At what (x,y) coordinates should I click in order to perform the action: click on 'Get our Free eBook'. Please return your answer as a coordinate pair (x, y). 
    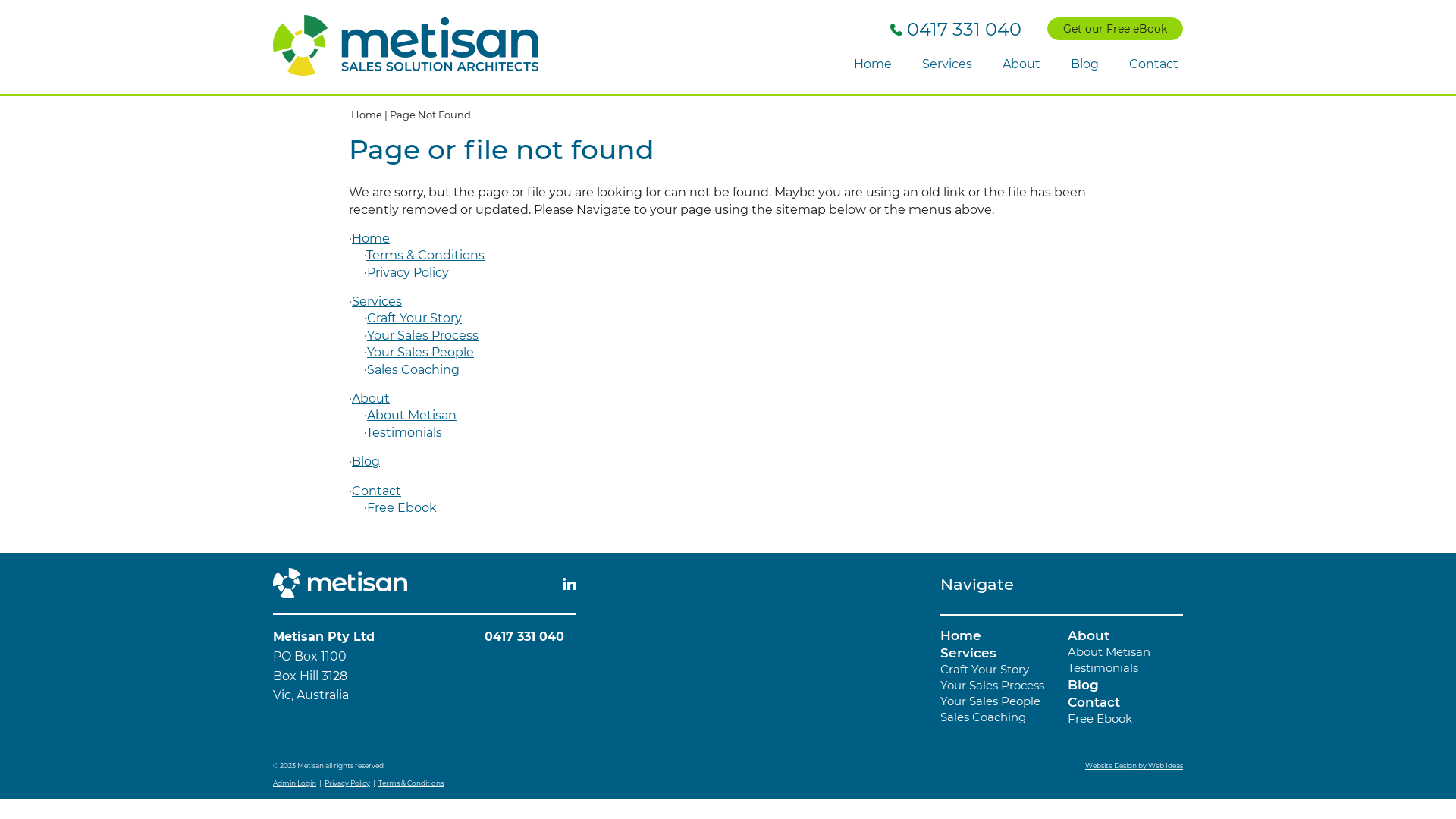
    Looking at the image, I should click on (1115, 29).